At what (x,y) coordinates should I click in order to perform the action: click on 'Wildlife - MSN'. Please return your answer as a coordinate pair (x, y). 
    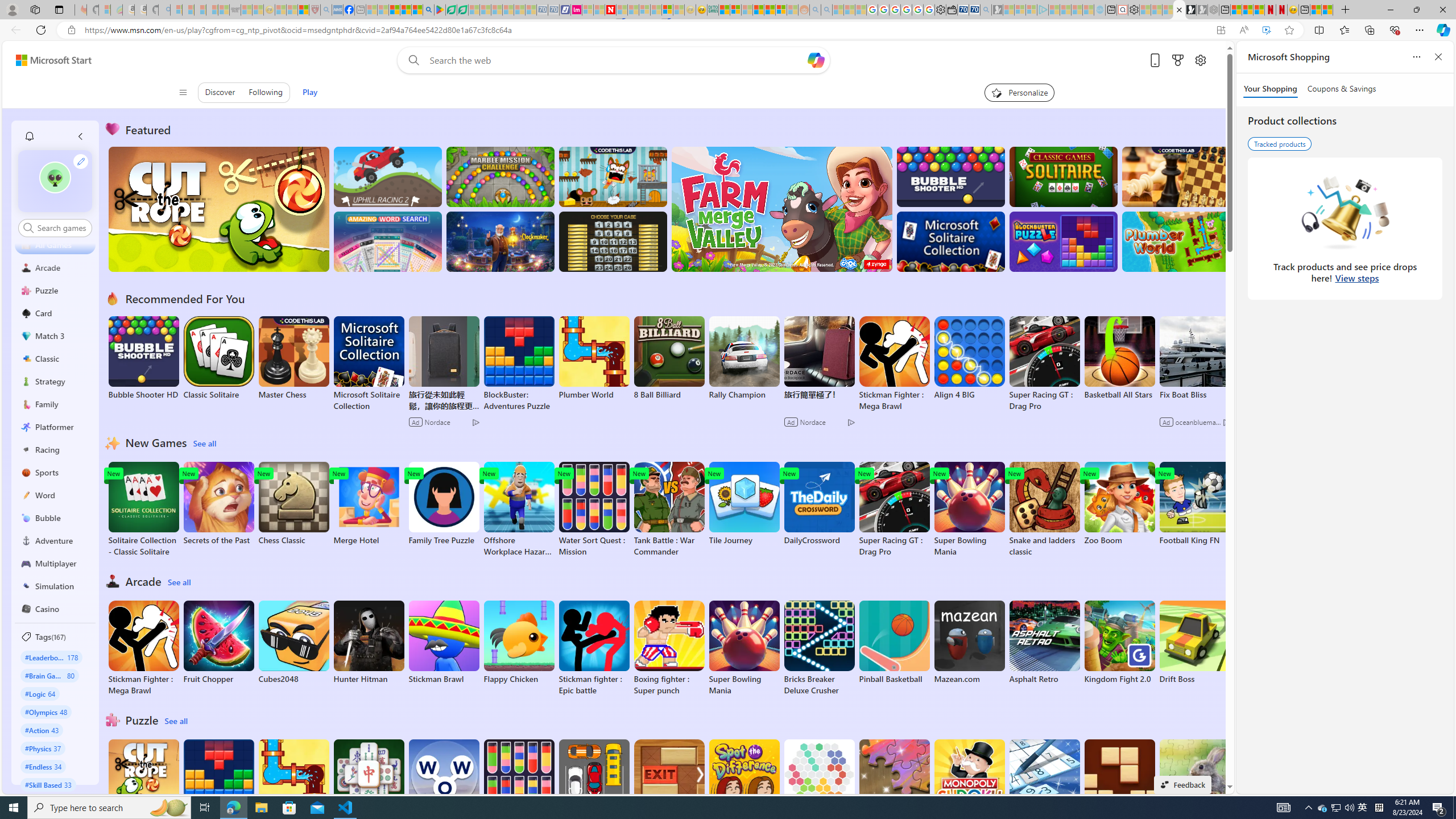
    Looking at the image, I should click on (1314, 9).